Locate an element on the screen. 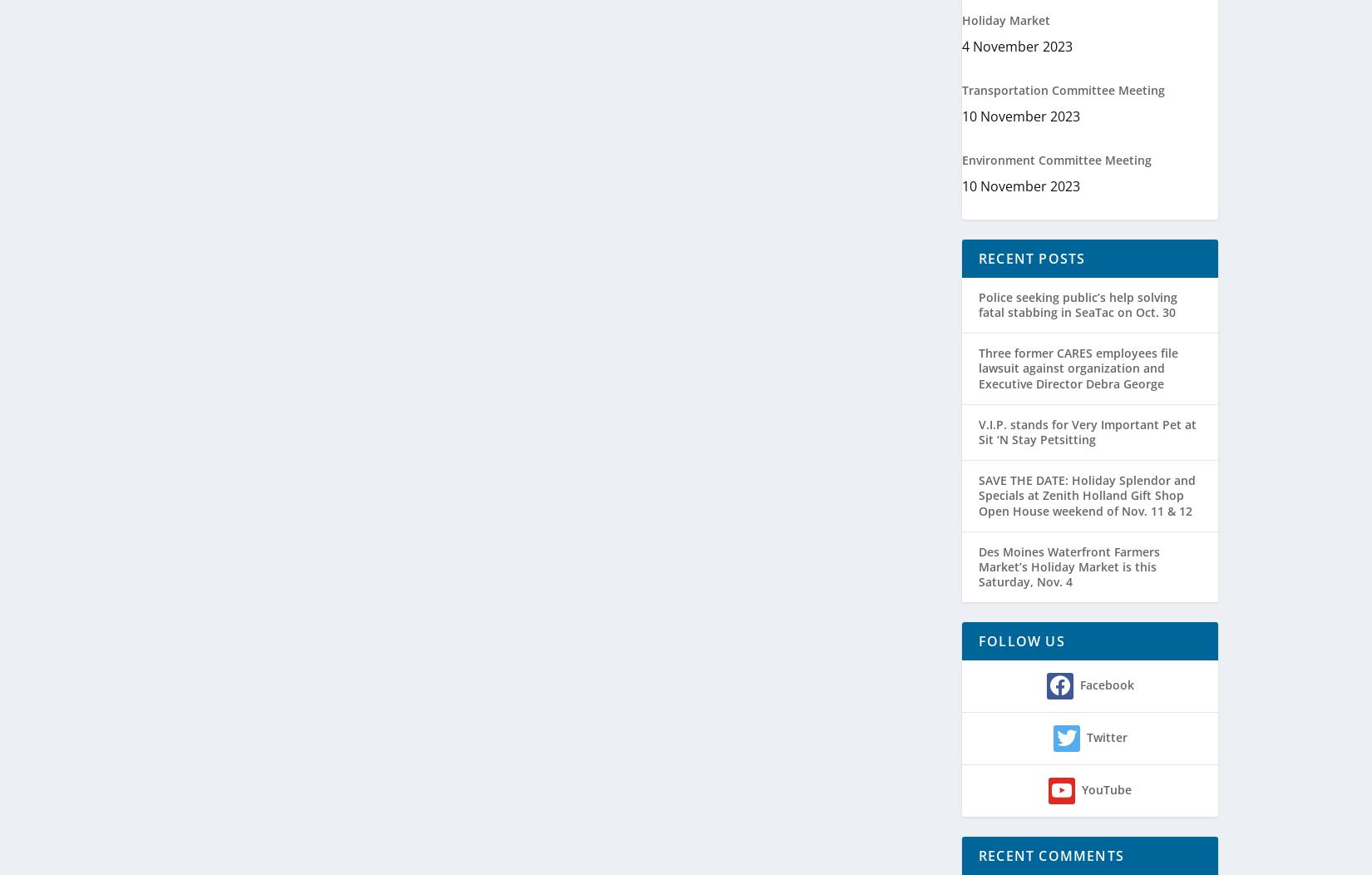 This screenshot has height=875, width=1372. 'SAVE THE DATE: Holiday Splendor and Specials at Zenith Holland Gift Shop Open House weekend of Nov. 11 & 12' is located at coordinates (1086, 494).